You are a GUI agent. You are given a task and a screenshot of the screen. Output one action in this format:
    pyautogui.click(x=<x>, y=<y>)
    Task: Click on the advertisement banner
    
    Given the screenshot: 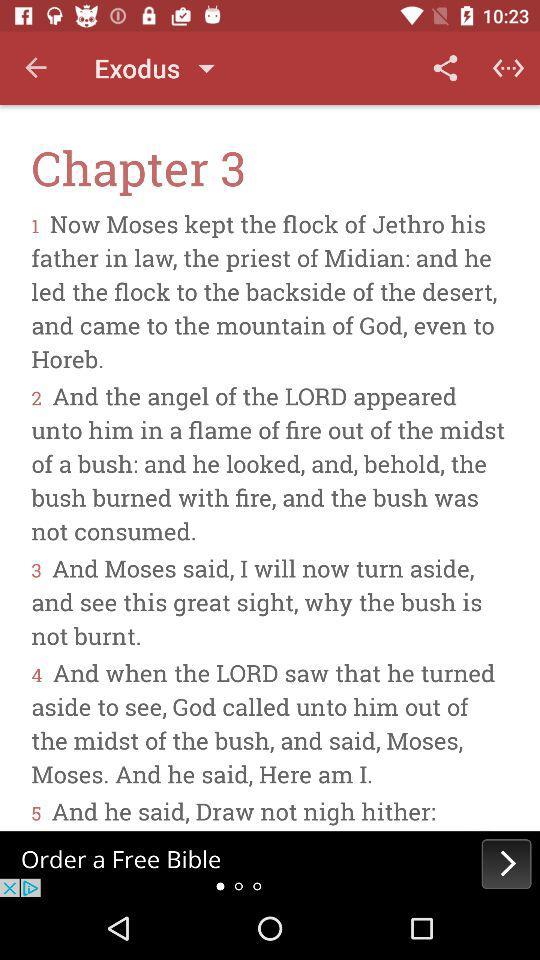 What is the action you would take?
    pyautogui.click(x=270, y=863)
    